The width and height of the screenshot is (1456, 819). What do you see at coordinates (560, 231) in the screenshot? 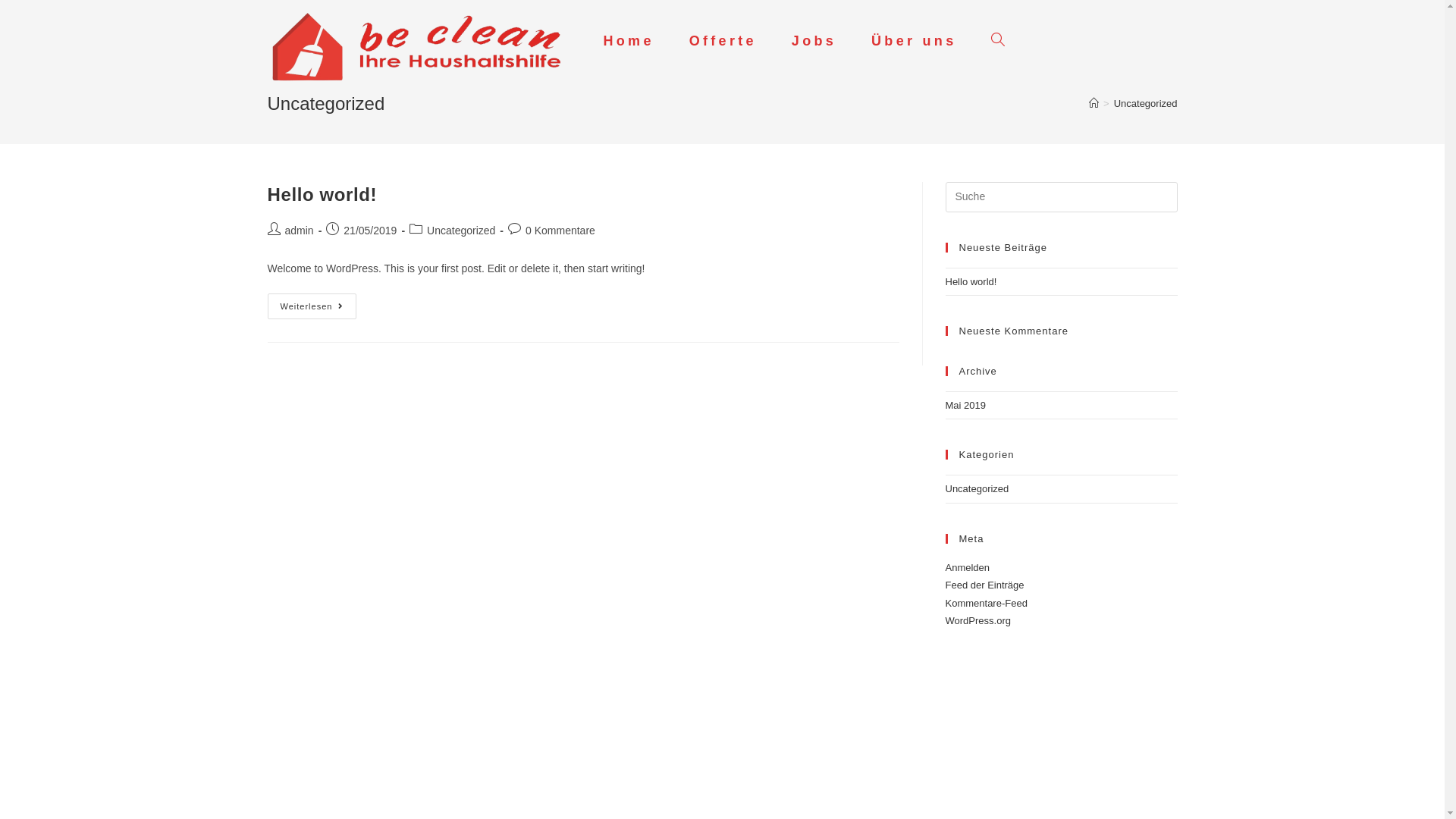
I see `'0 Kommentare'` at bounding box center [560, 231].